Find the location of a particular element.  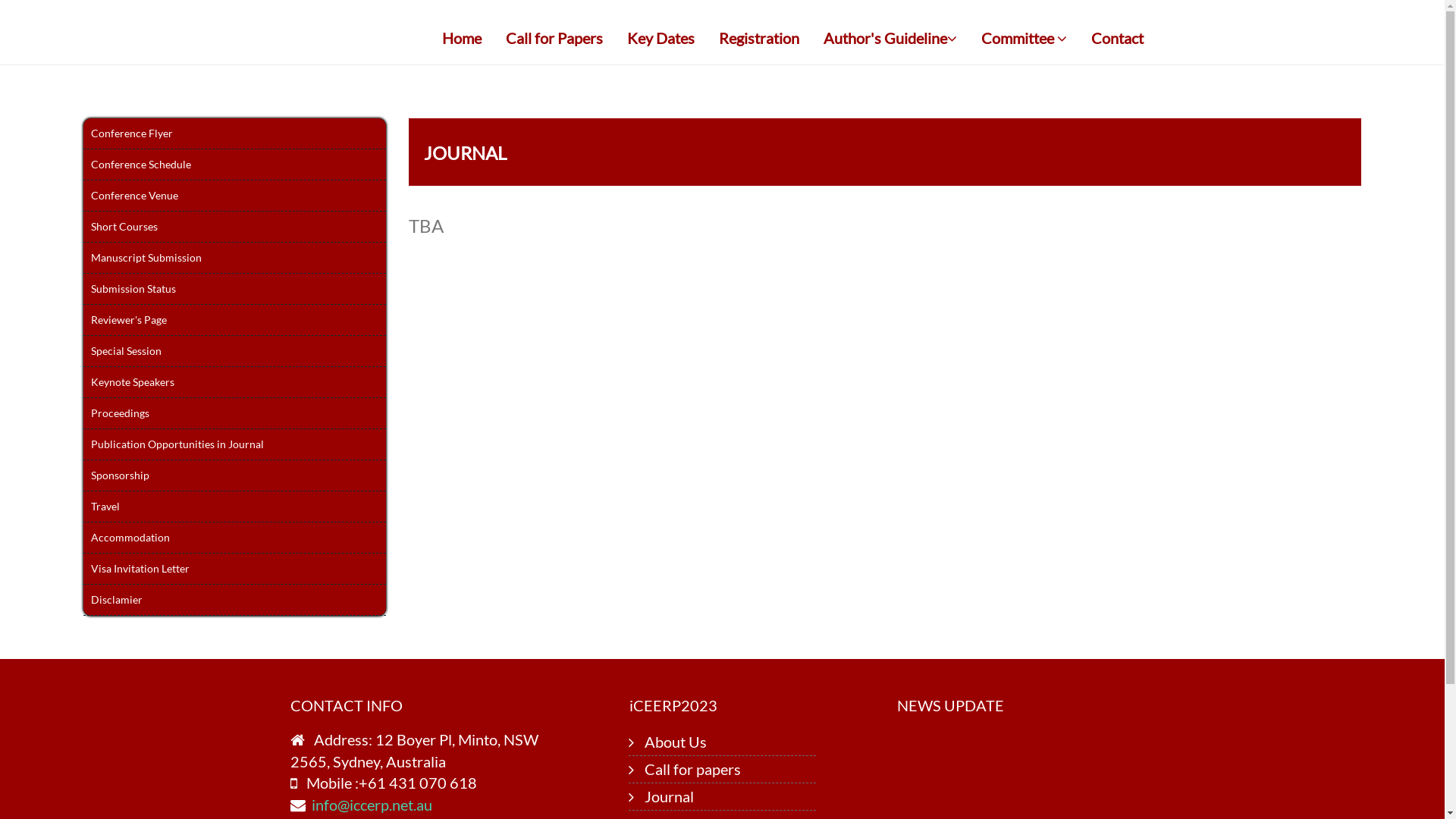

'Author's Guideline' is located at coordinates (889, 37).